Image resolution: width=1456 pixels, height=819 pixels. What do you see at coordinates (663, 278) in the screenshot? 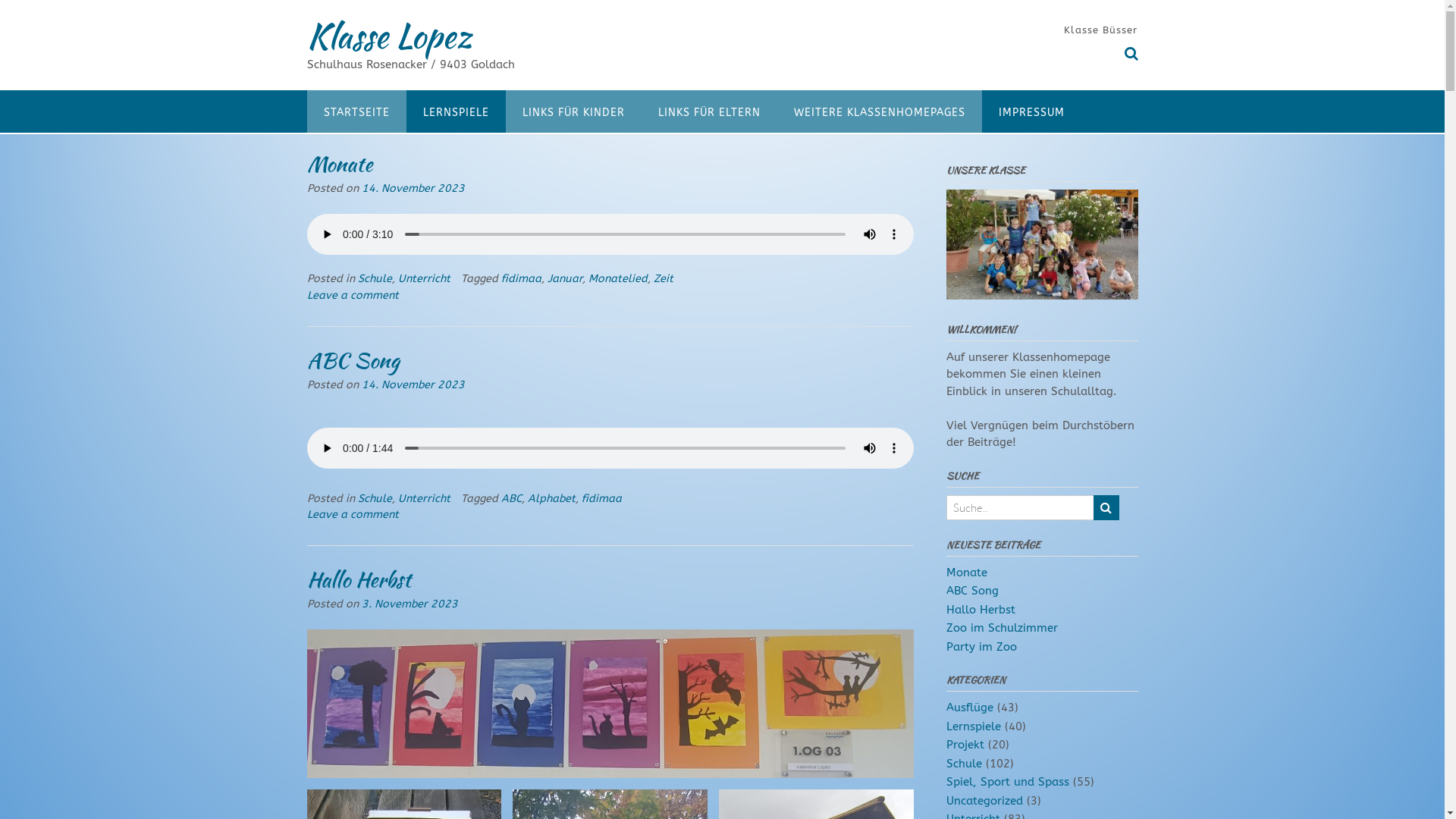
I see `'Zeit'` at bounding box center [663, 278].